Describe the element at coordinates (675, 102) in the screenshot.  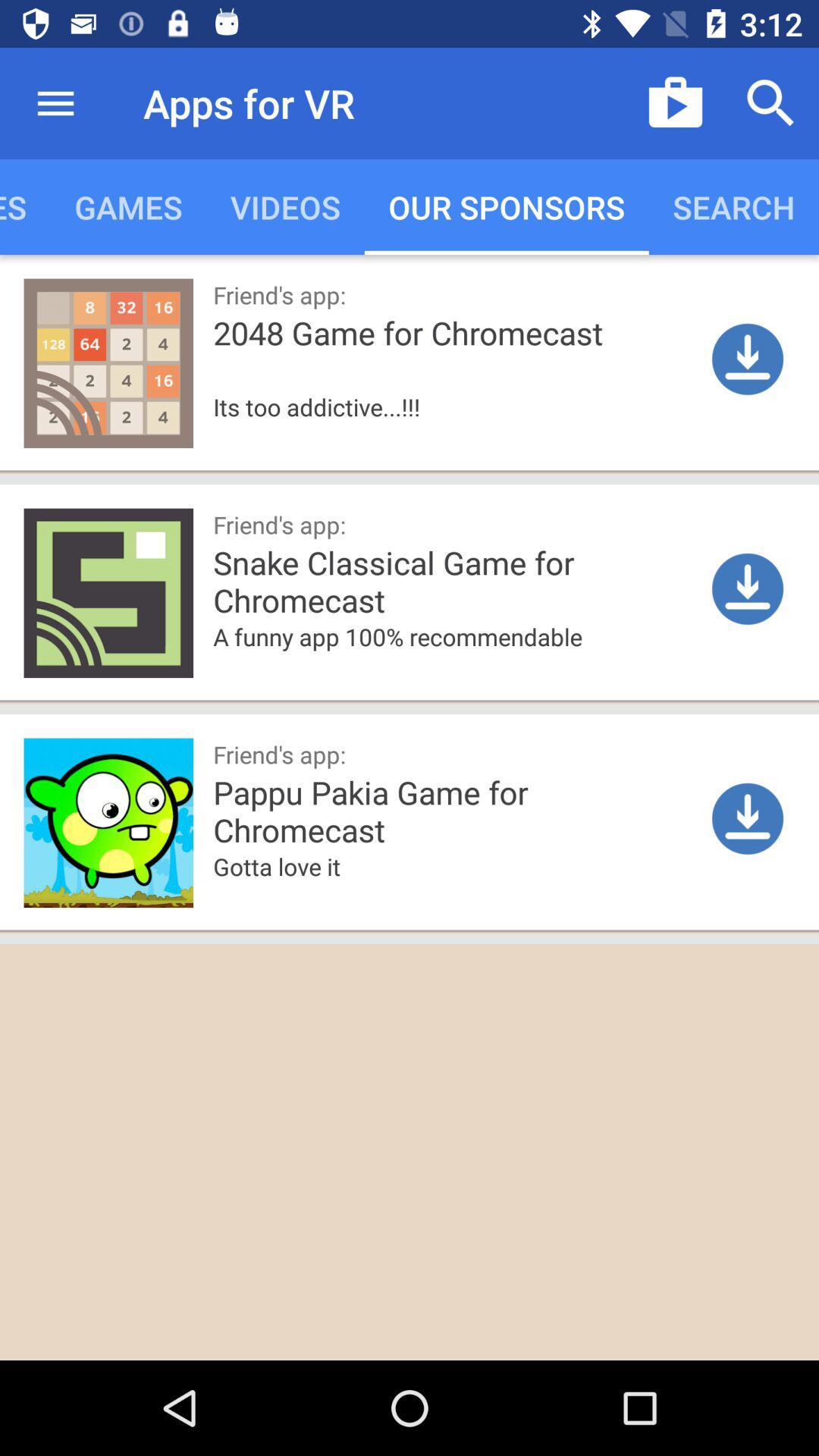
I see `the item above the our sponsors item` at that location.